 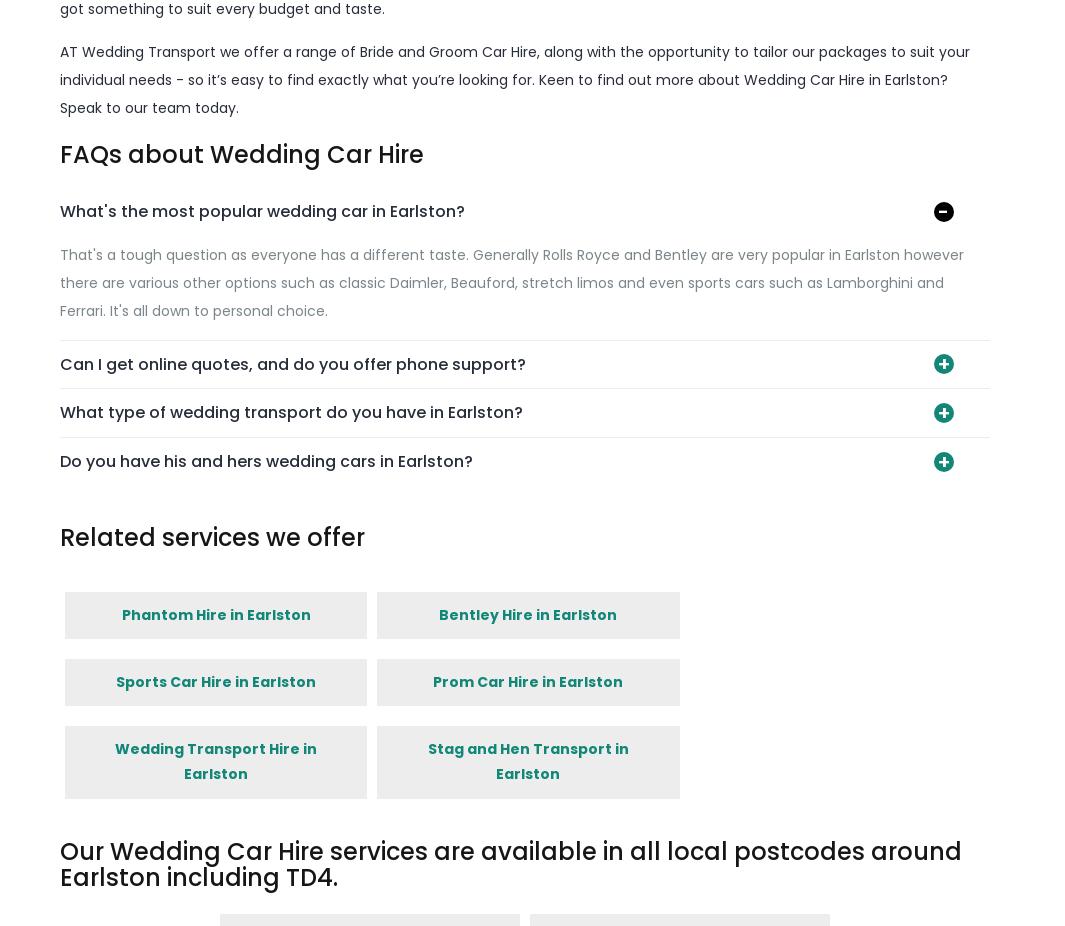 I want to click on 'Wedding Transport Hire in Earlston', so click(x=214, y=761).